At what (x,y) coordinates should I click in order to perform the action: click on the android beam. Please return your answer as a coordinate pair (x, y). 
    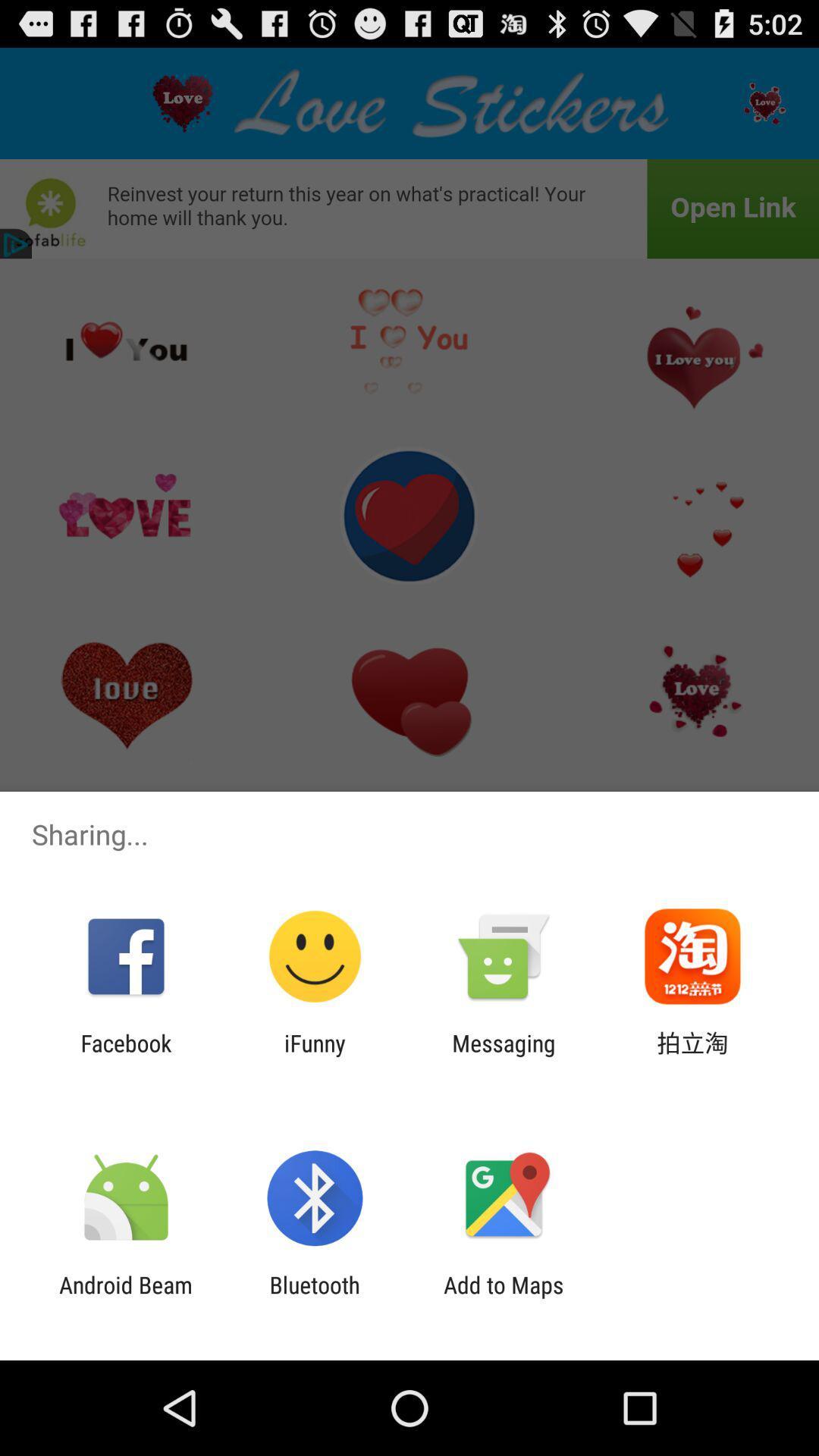
    Looking at the image, I should click on (125, 1298).